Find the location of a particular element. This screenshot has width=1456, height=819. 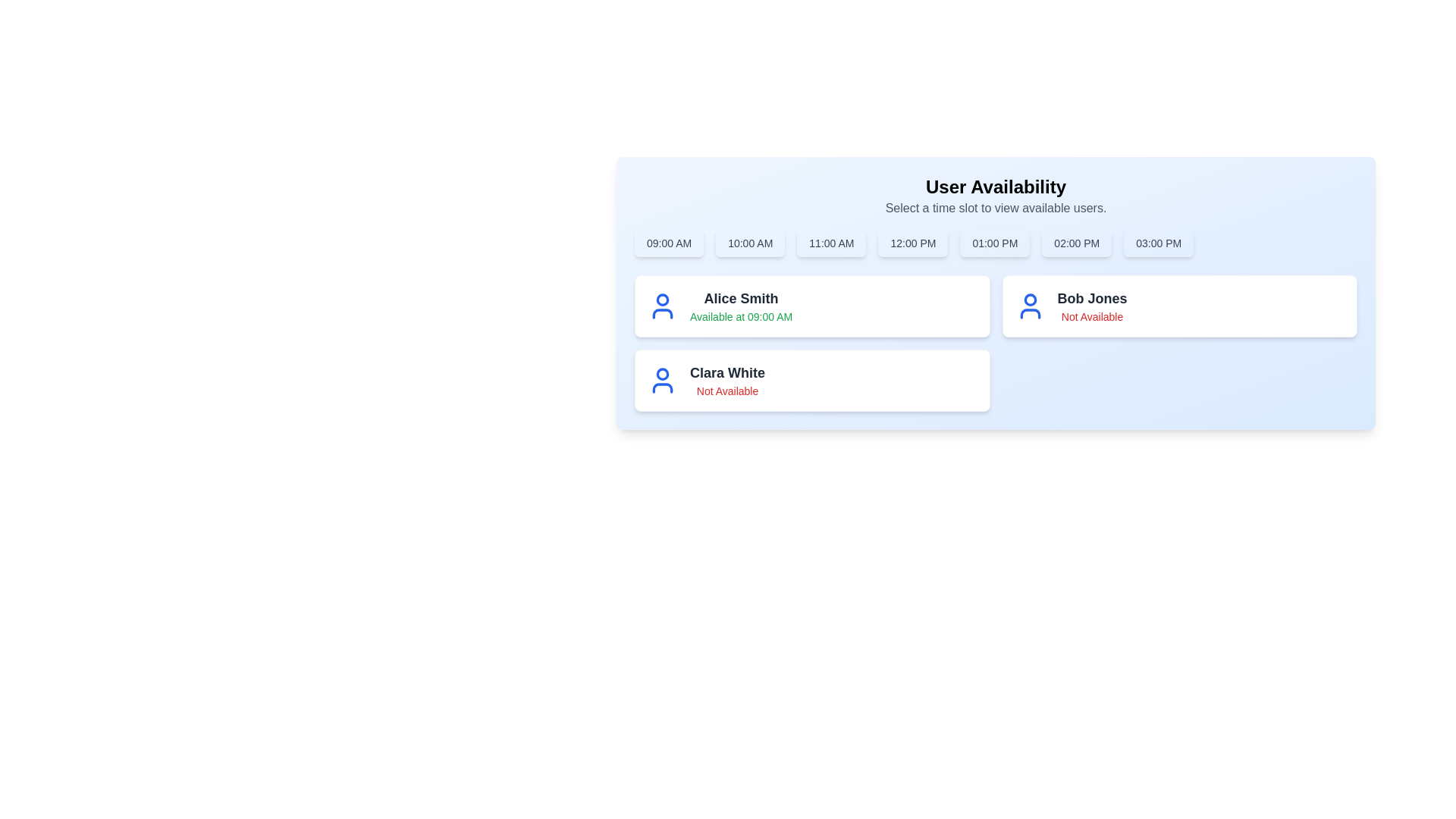

the selectable time slot button labeled '09:00 AM' is located at coordinates (668, 242).